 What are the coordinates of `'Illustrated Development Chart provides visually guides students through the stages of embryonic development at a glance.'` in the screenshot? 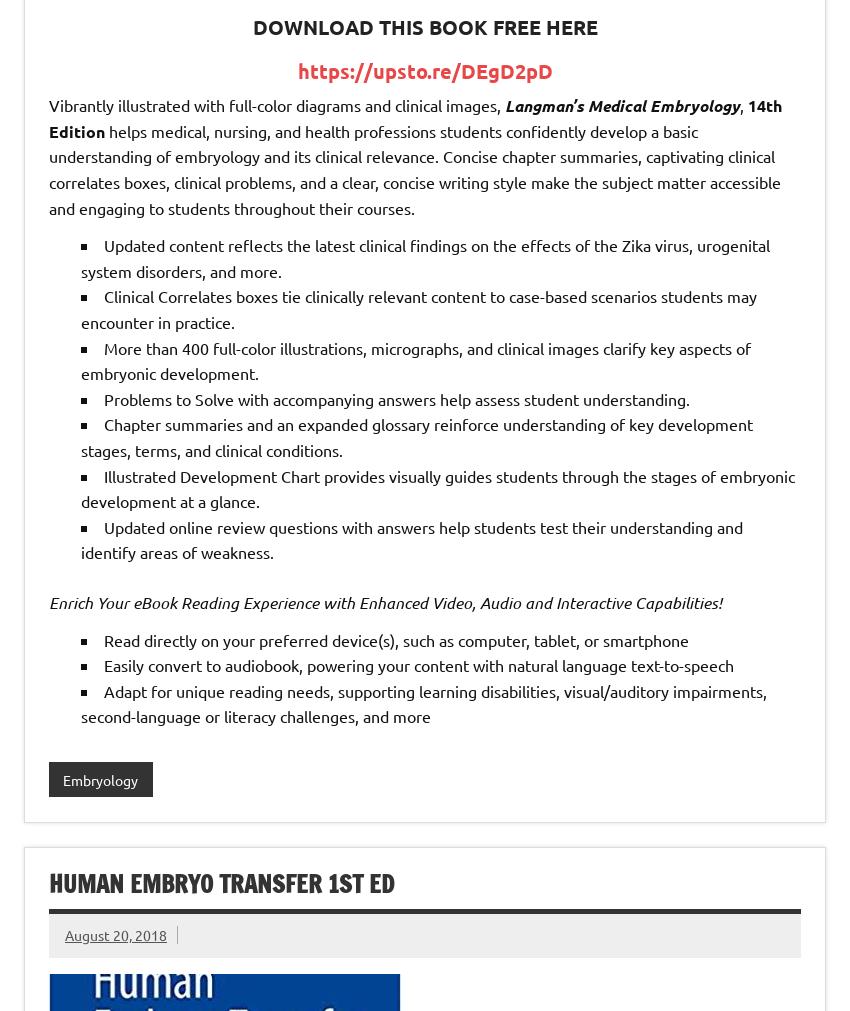 It's located at (81, 487).